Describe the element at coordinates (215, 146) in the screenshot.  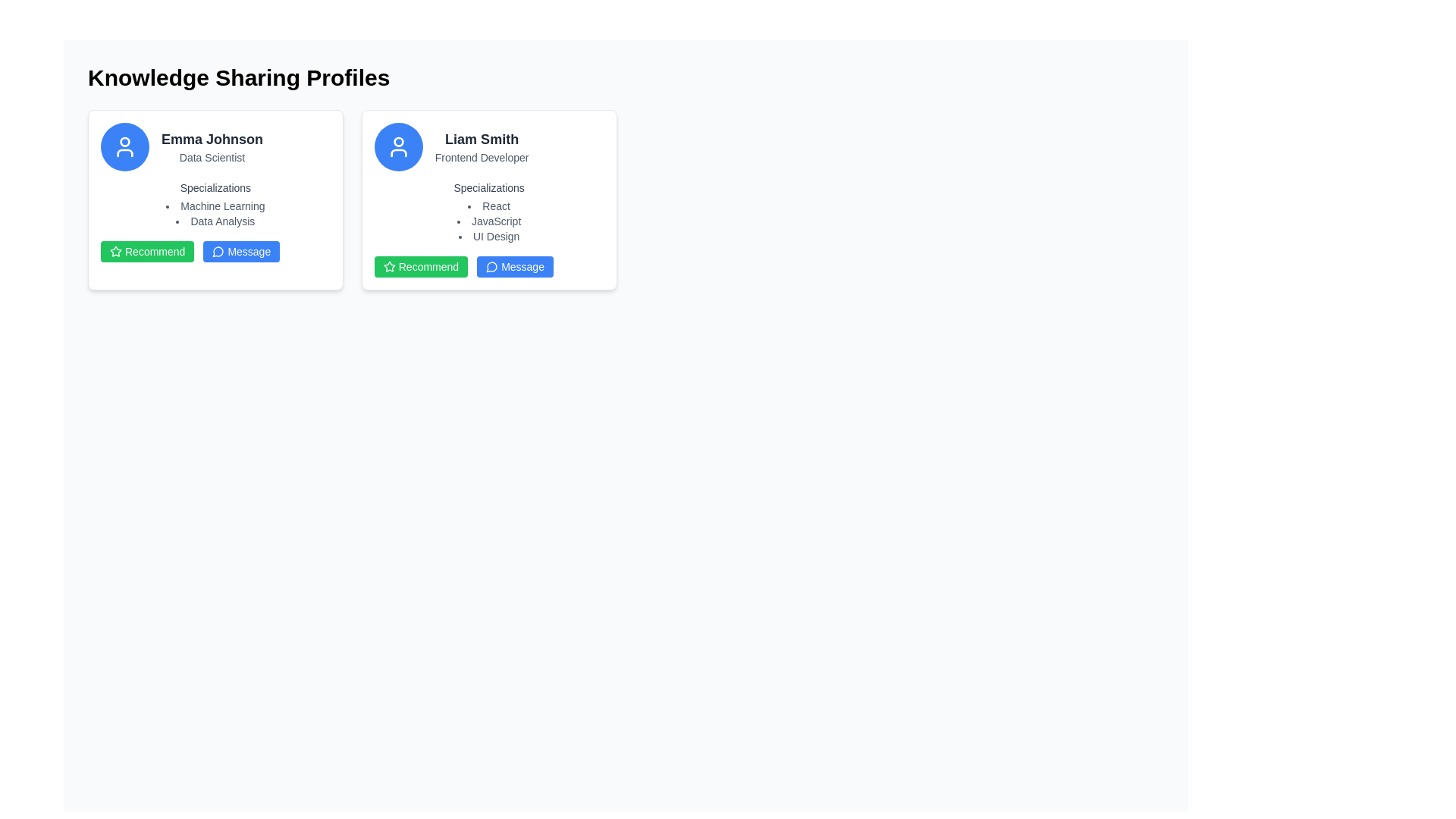
I see `the main header text element located at the top section of the card, which indicates the name and role of the profile being described` at that location.